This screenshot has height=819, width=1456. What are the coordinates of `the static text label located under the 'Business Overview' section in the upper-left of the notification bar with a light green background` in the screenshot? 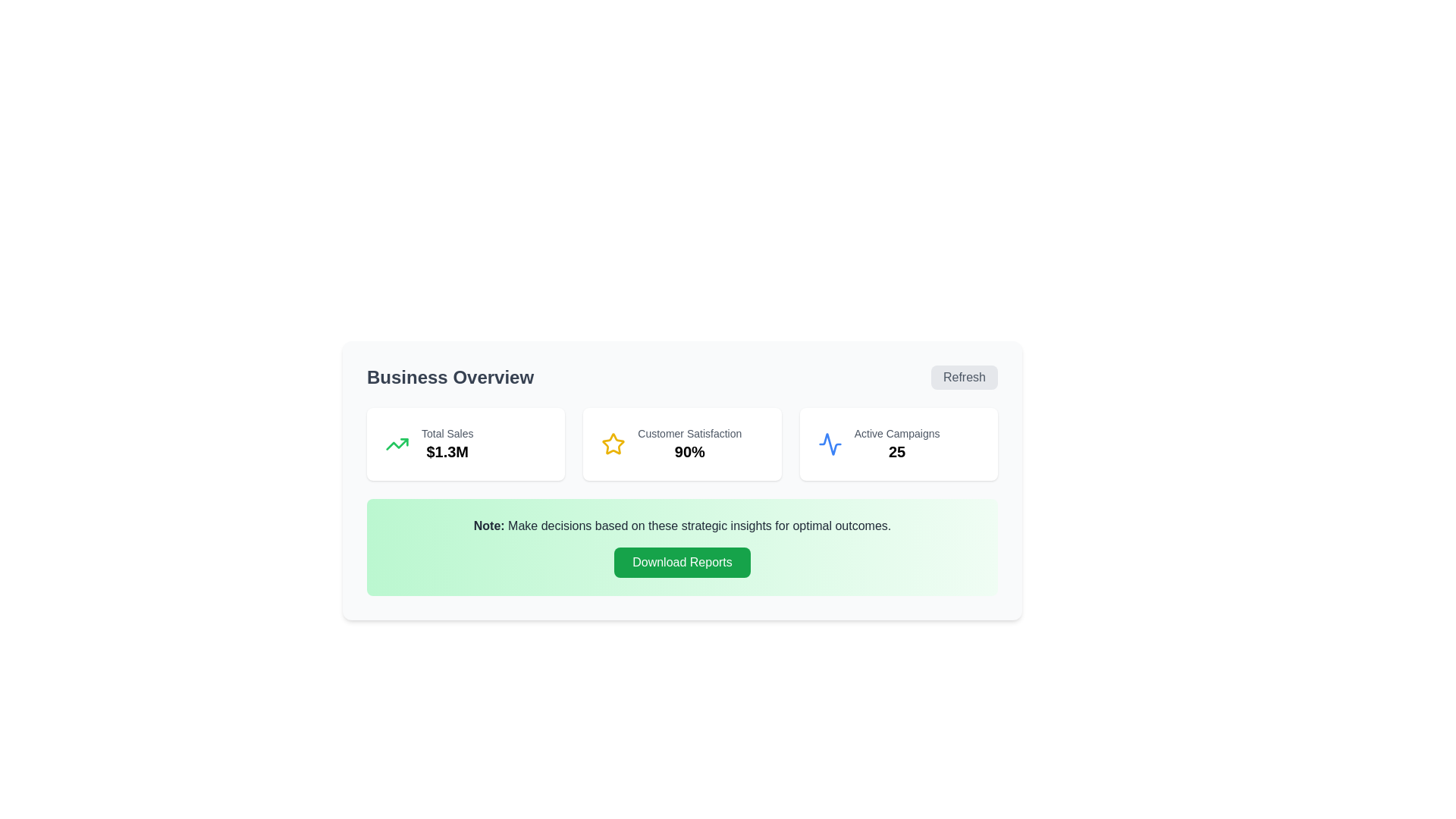 It's located at (489, 525).